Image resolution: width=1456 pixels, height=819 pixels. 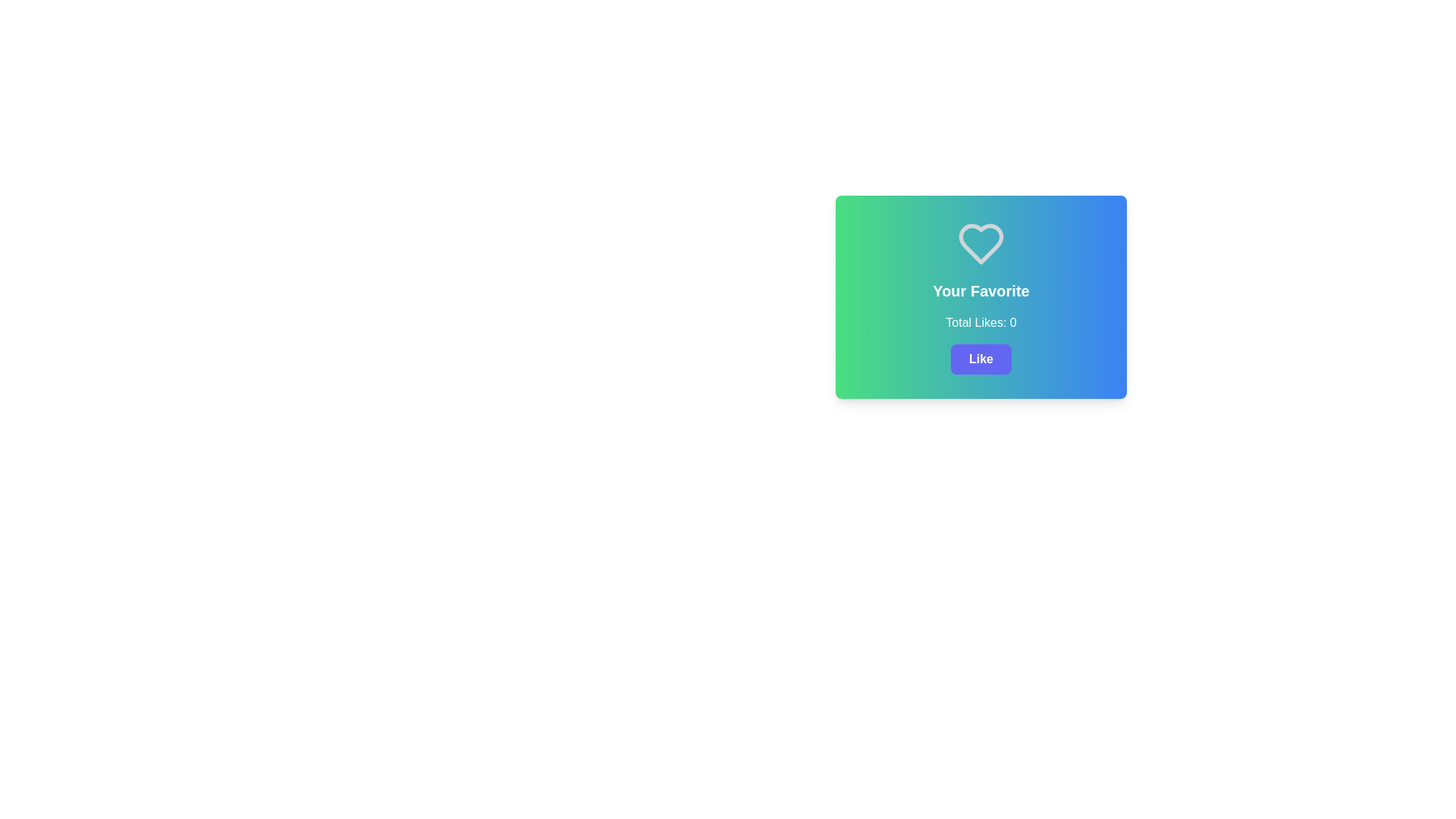 What do you see at coordinates (981, 322) in the screenshot?
I see `the Text Label displaying the total number of likes, which is currently 0, located below the 'Your Favorite' text and above the 'Like' button in the centered card UI component` at bounding box center [981, 322].